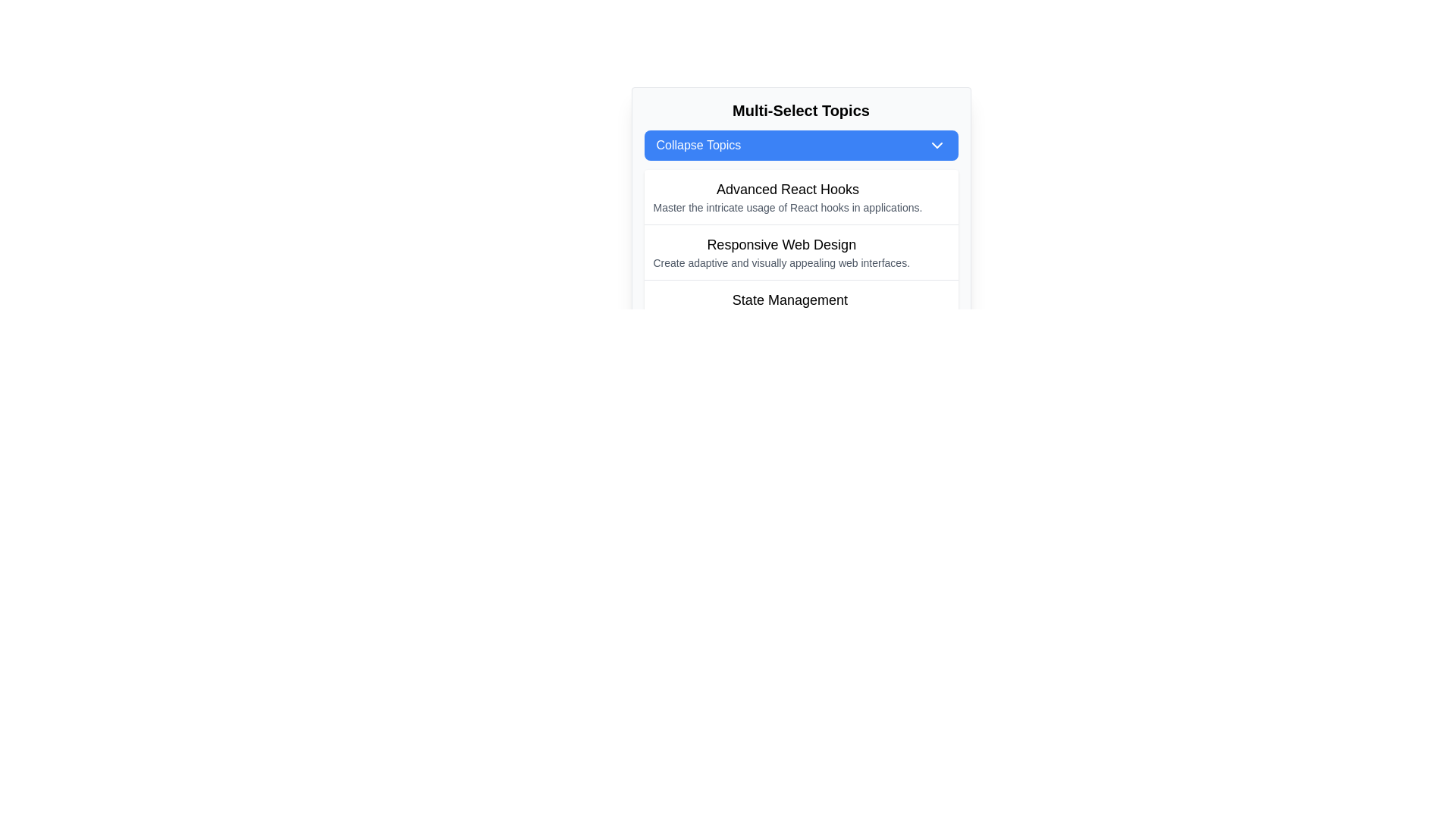 The width and height of the screenshot is (1456, 819). What do you see at coordinates (789, 307) in the screenshot?
I see `the 'State Management' textual content section within the card component` at bounding box center [789, 307].